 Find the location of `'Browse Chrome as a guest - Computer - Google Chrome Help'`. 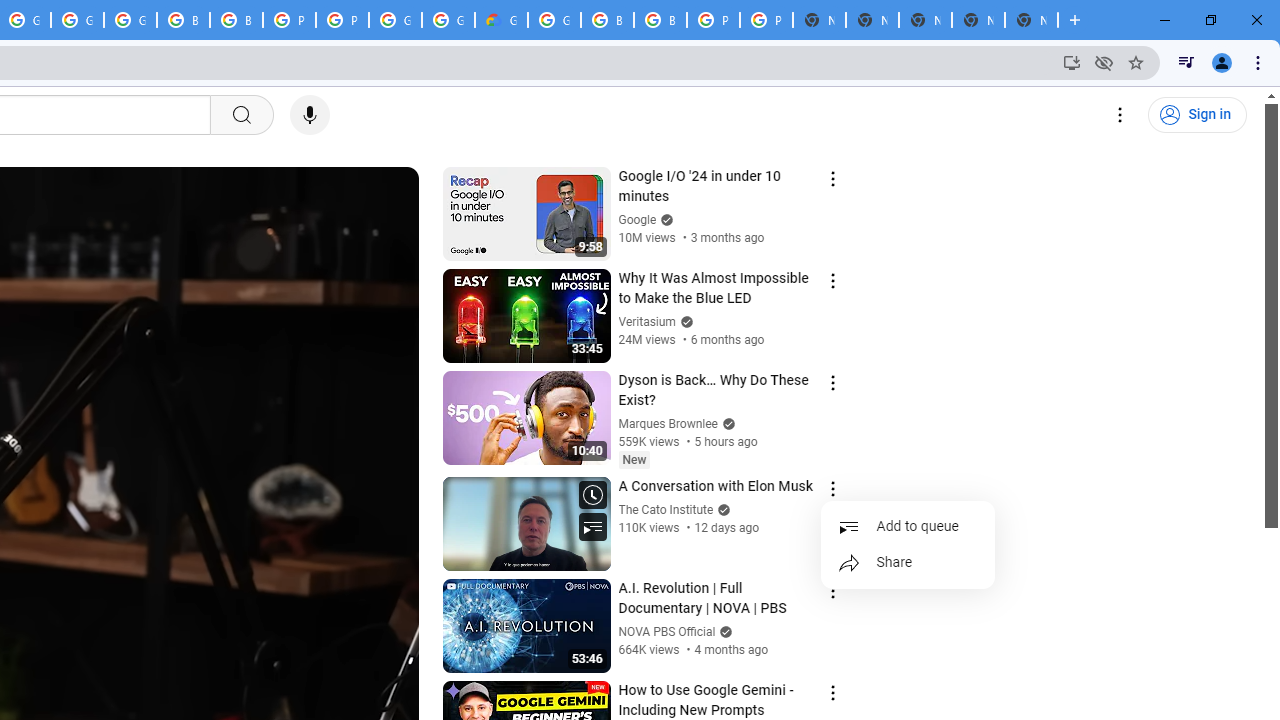

'Browse Chrome as a guest - Computer - Google Chrome Help' is located at coordinates (236, 20).